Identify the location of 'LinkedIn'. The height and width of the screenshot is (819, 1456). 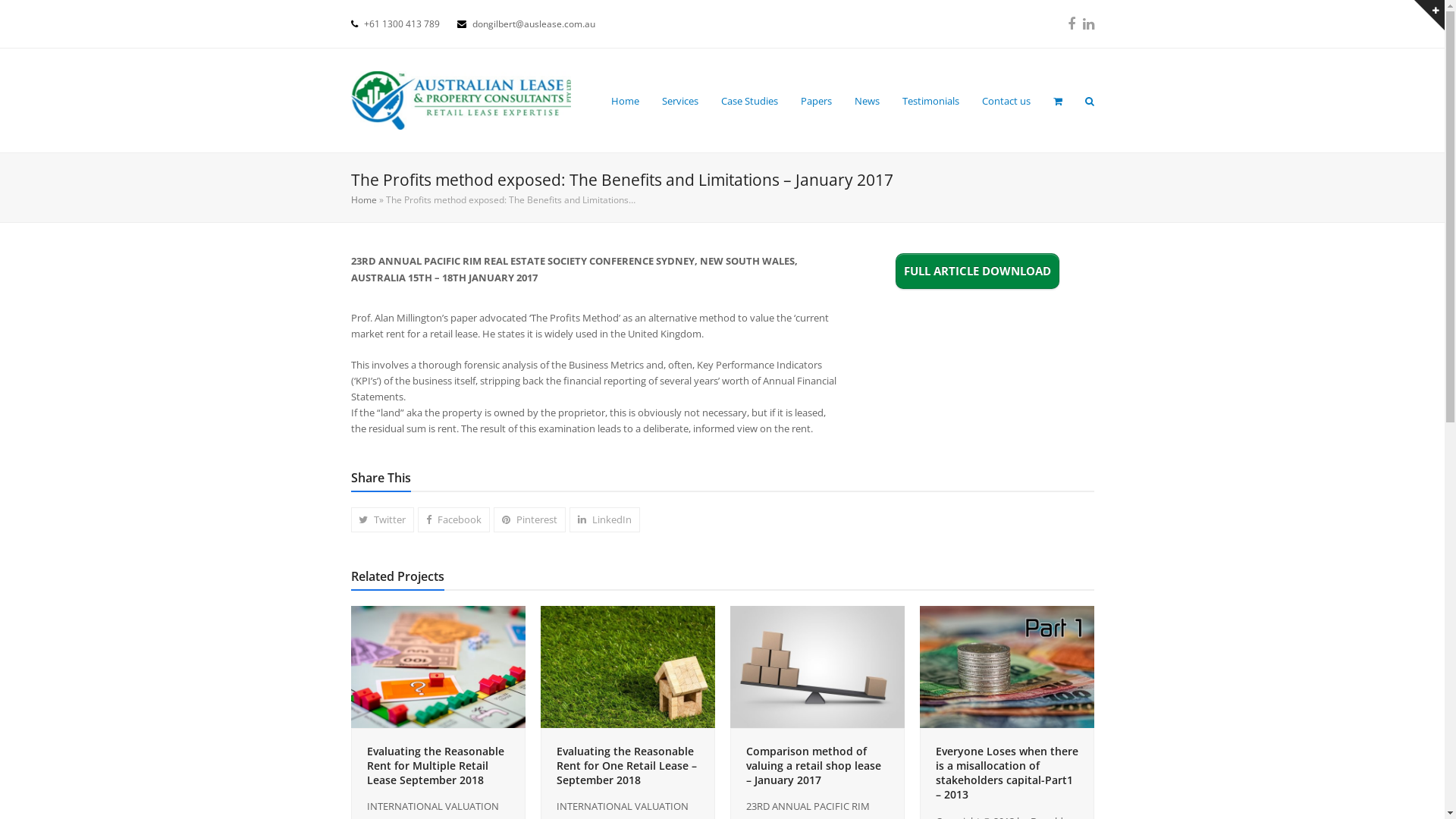
(604, 519).